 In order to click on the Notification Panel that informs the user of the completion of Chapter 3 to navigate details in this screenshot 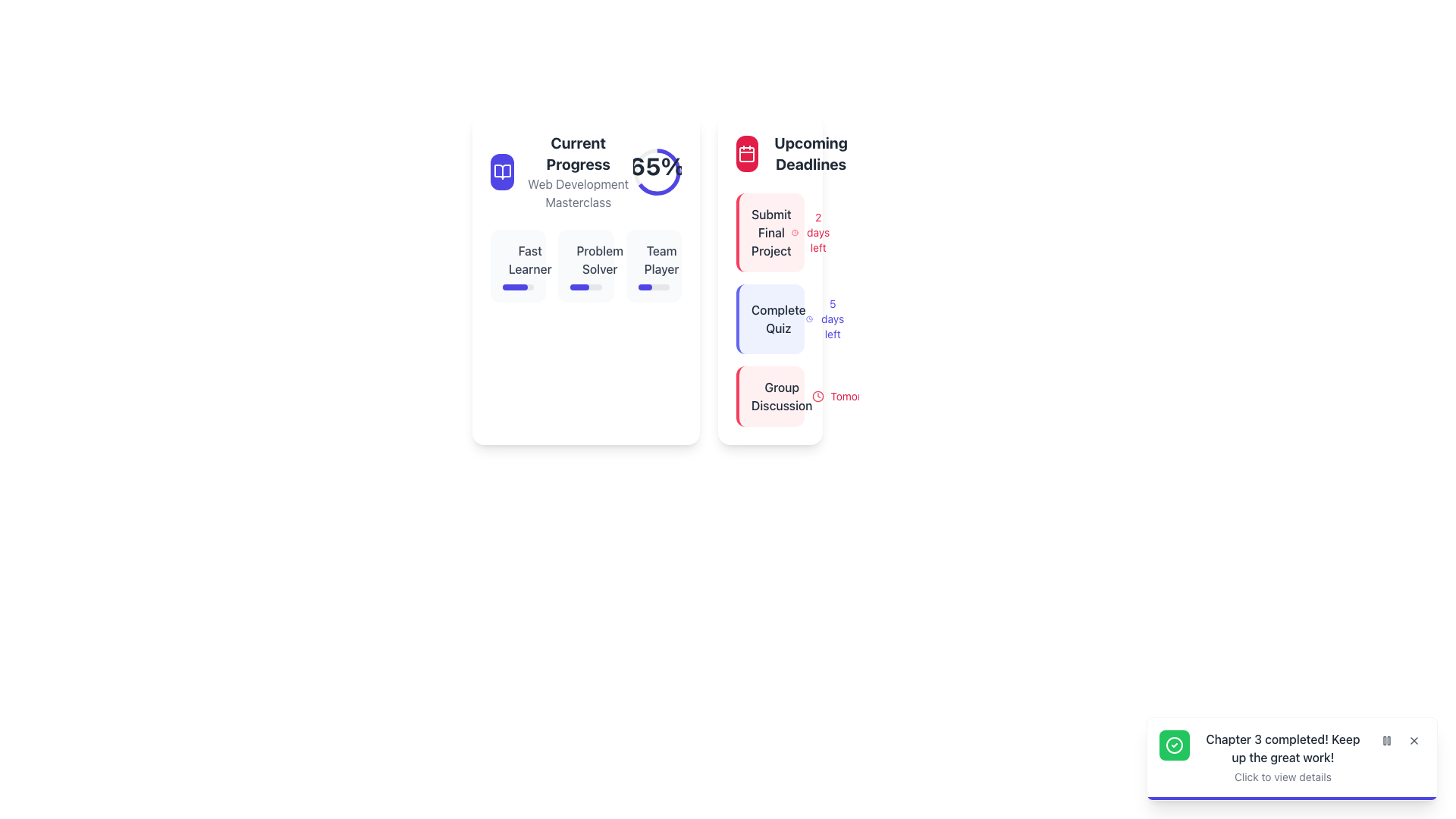, I will do `click(1291, 758)`.